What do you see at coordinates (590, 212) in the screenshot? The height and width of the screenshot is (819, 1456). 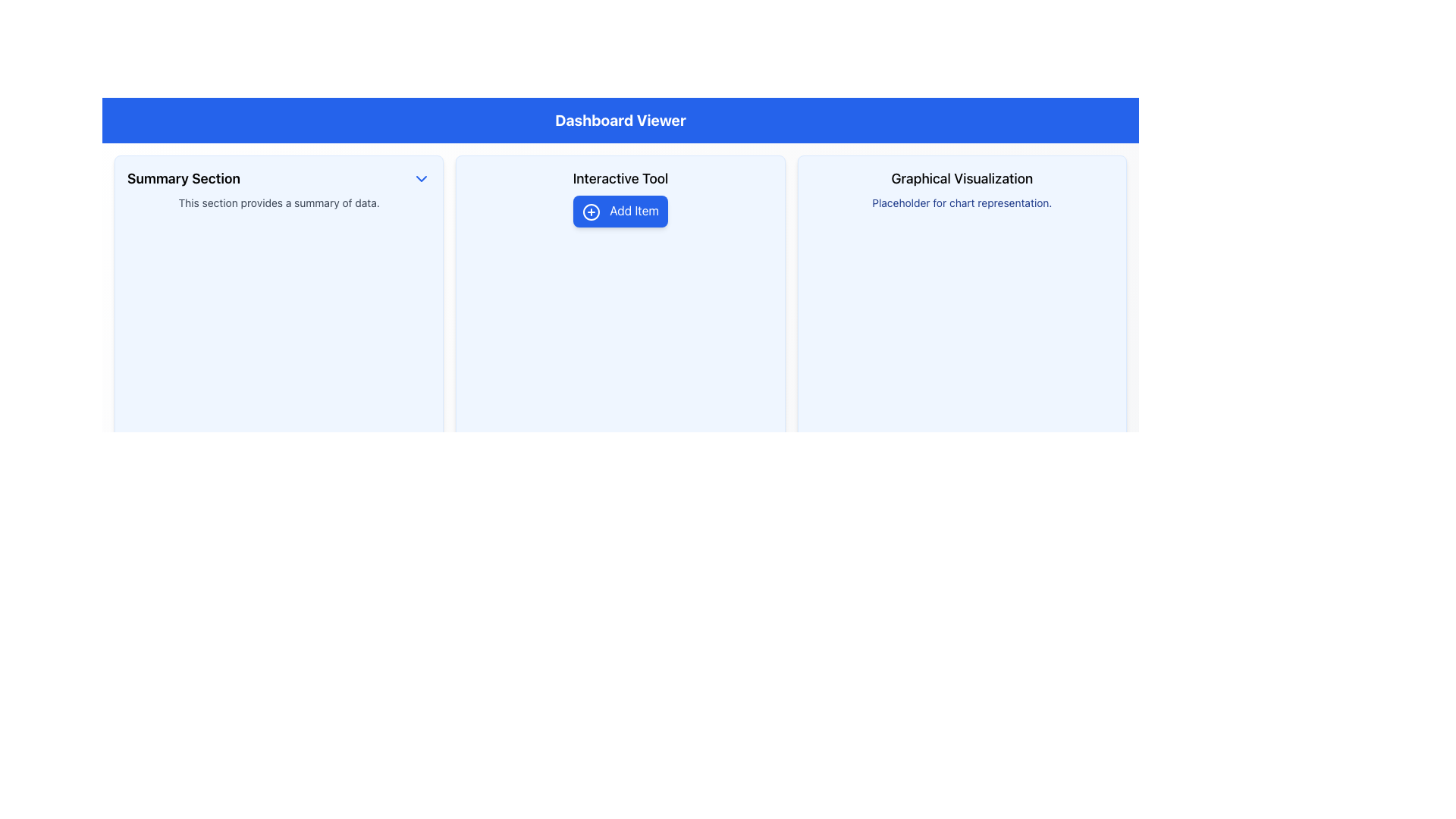 I see `the Decorative Icon that visually enhances the 'Add Item' button, located centrally in the layout` at bounding box center [590, 212].